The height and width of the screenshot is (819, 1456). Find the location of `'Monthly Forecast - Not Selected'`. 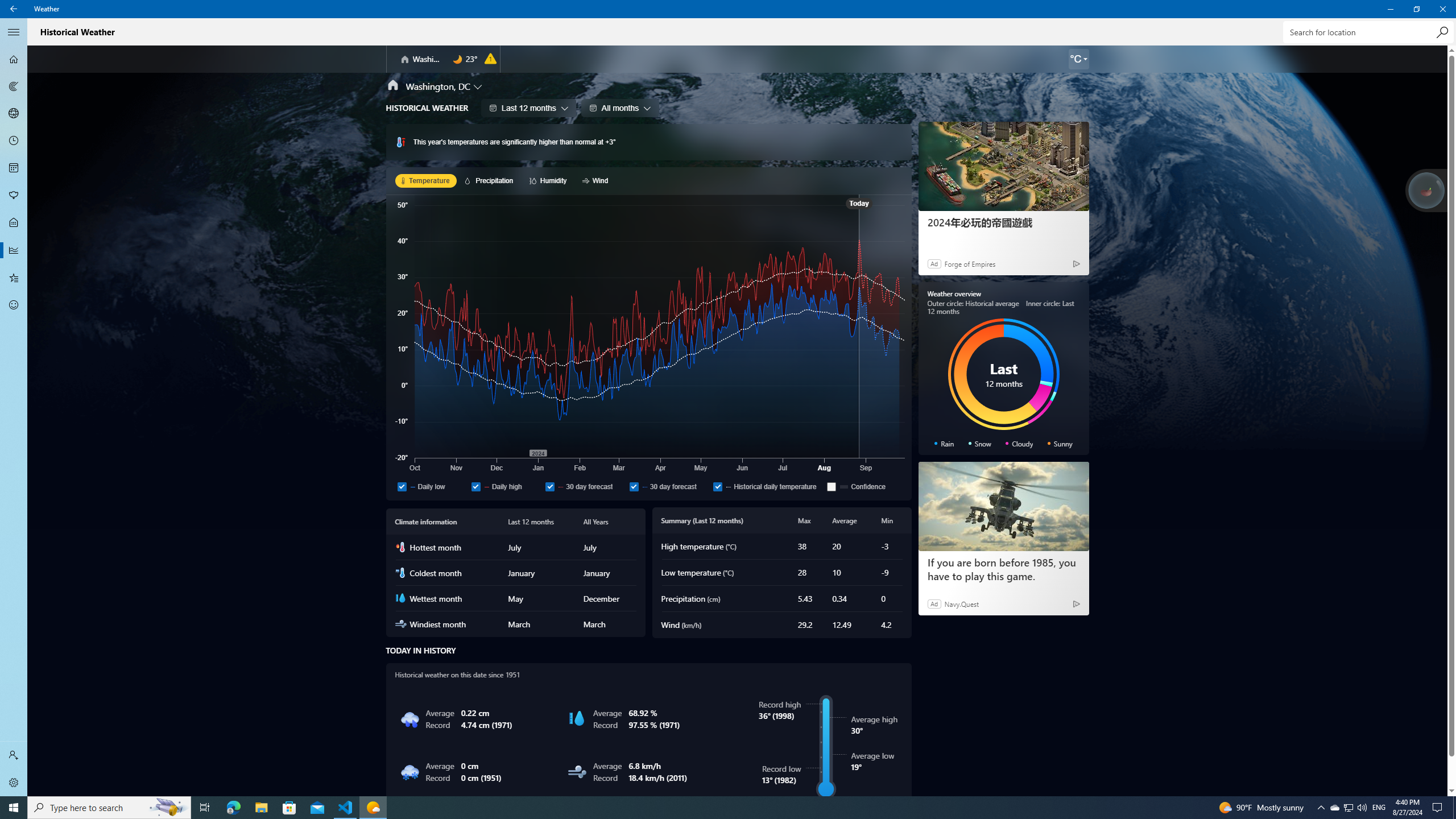

'Monthly Forecast - Not Selected' is located at coordinates (14, 167).